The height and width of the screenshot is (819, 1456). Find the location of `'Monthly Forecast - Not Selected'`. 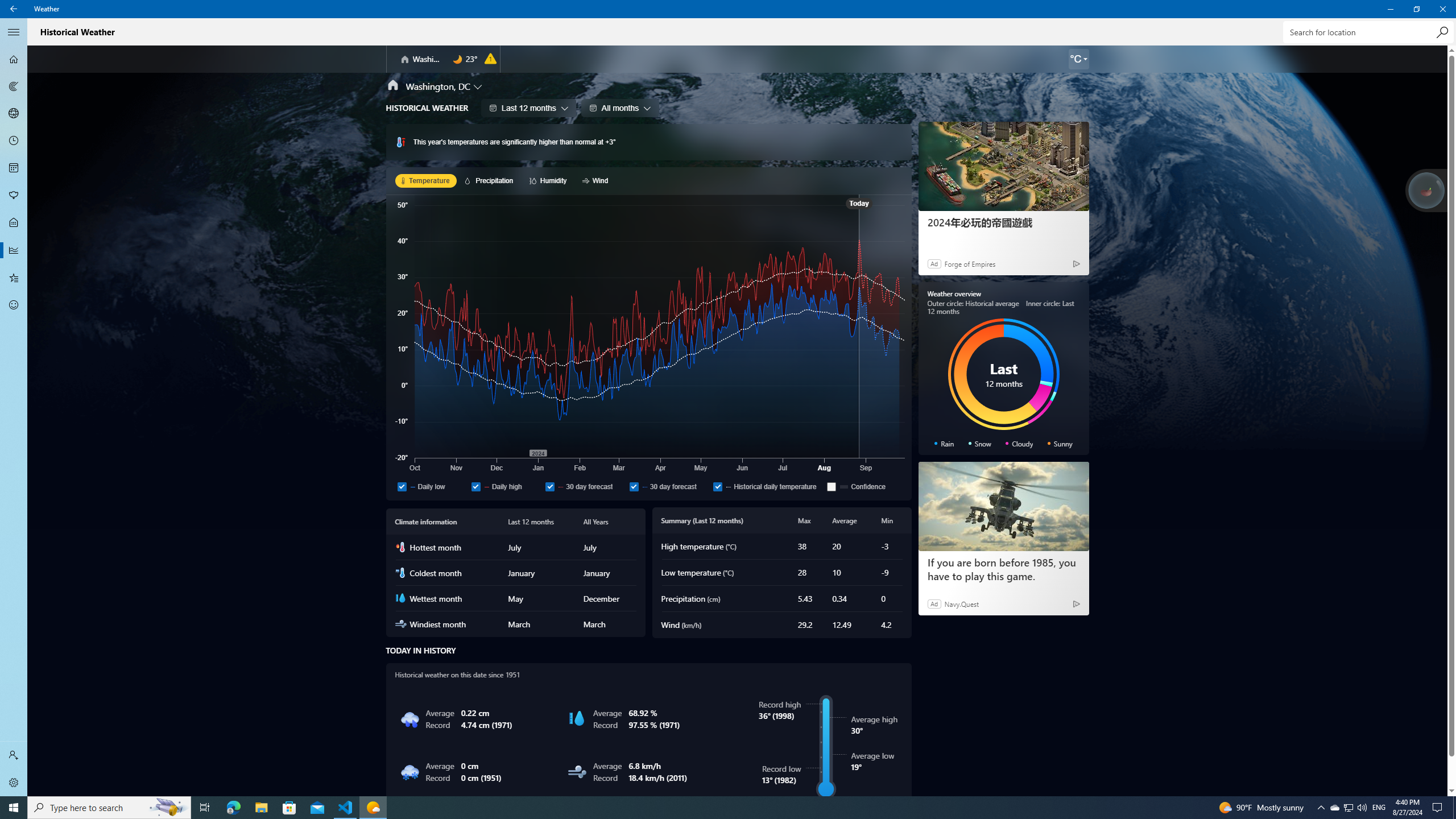

'Monthly Forecast - Not Selected' is located at coordinates (14, 167).